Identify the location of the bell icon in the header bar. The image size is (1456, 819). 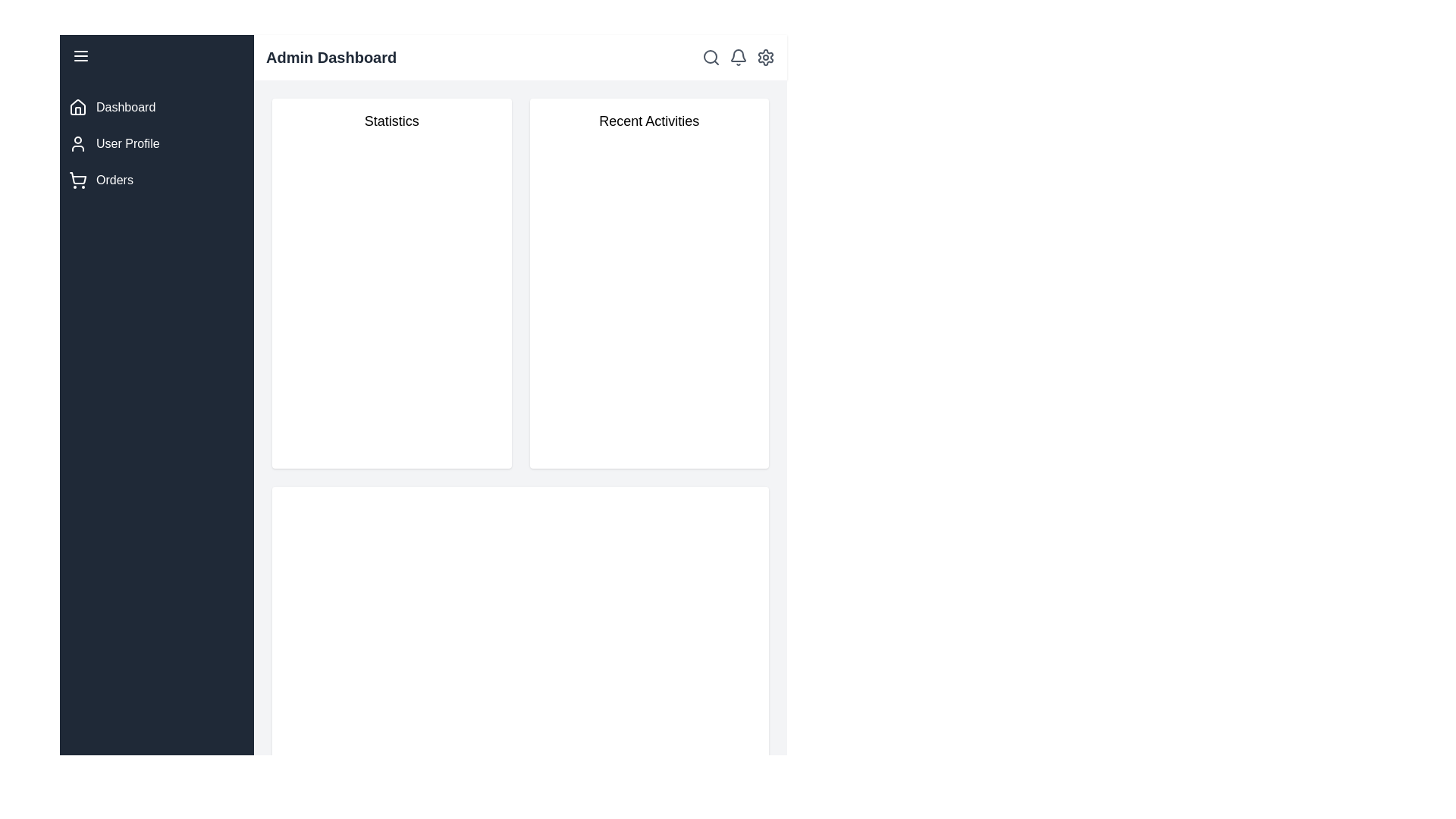
(739, 57).